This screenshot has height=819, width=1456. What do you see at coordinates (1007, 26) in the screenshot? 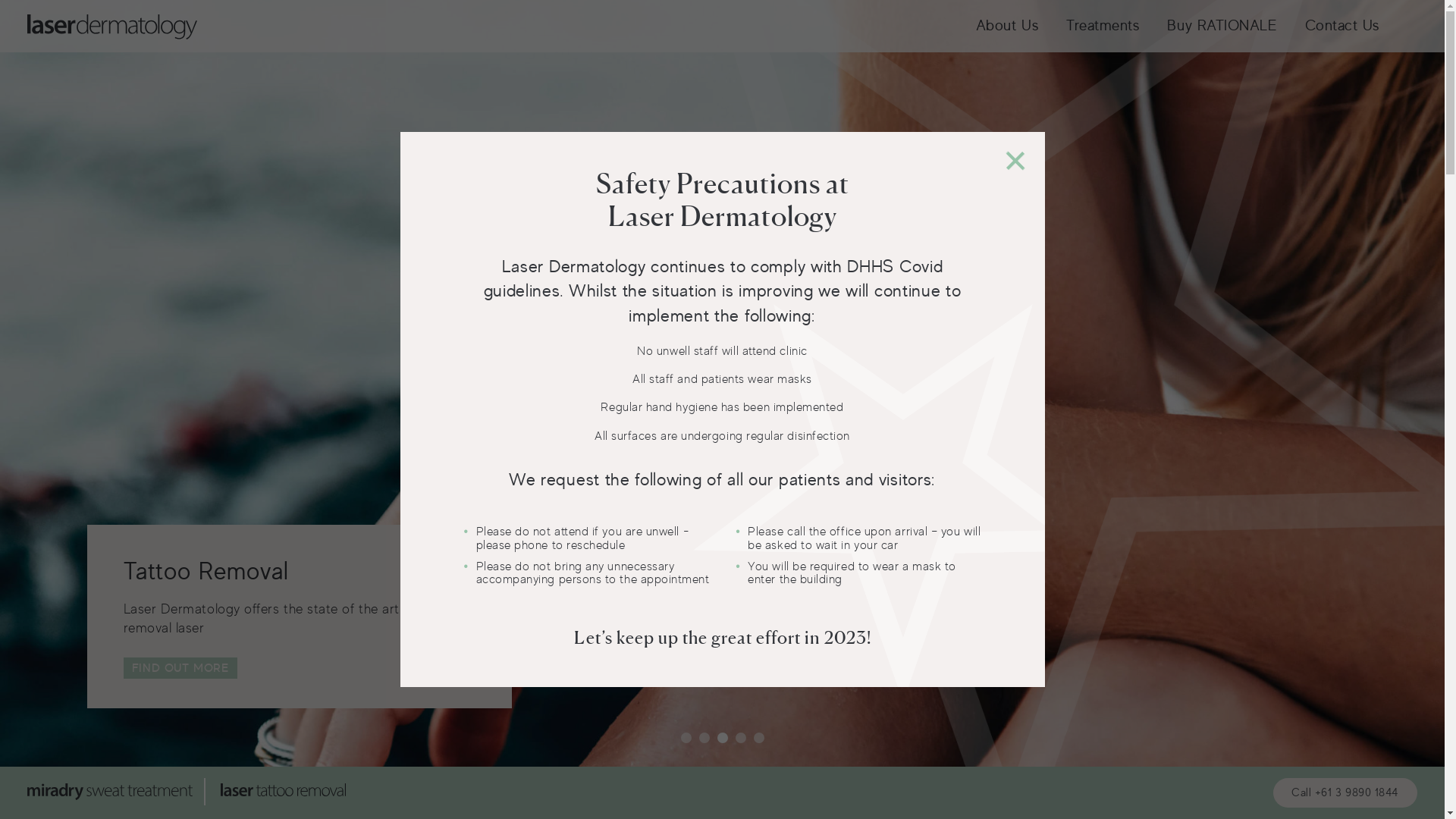
I see `'About Us'` at bounding box center [1007, 26].